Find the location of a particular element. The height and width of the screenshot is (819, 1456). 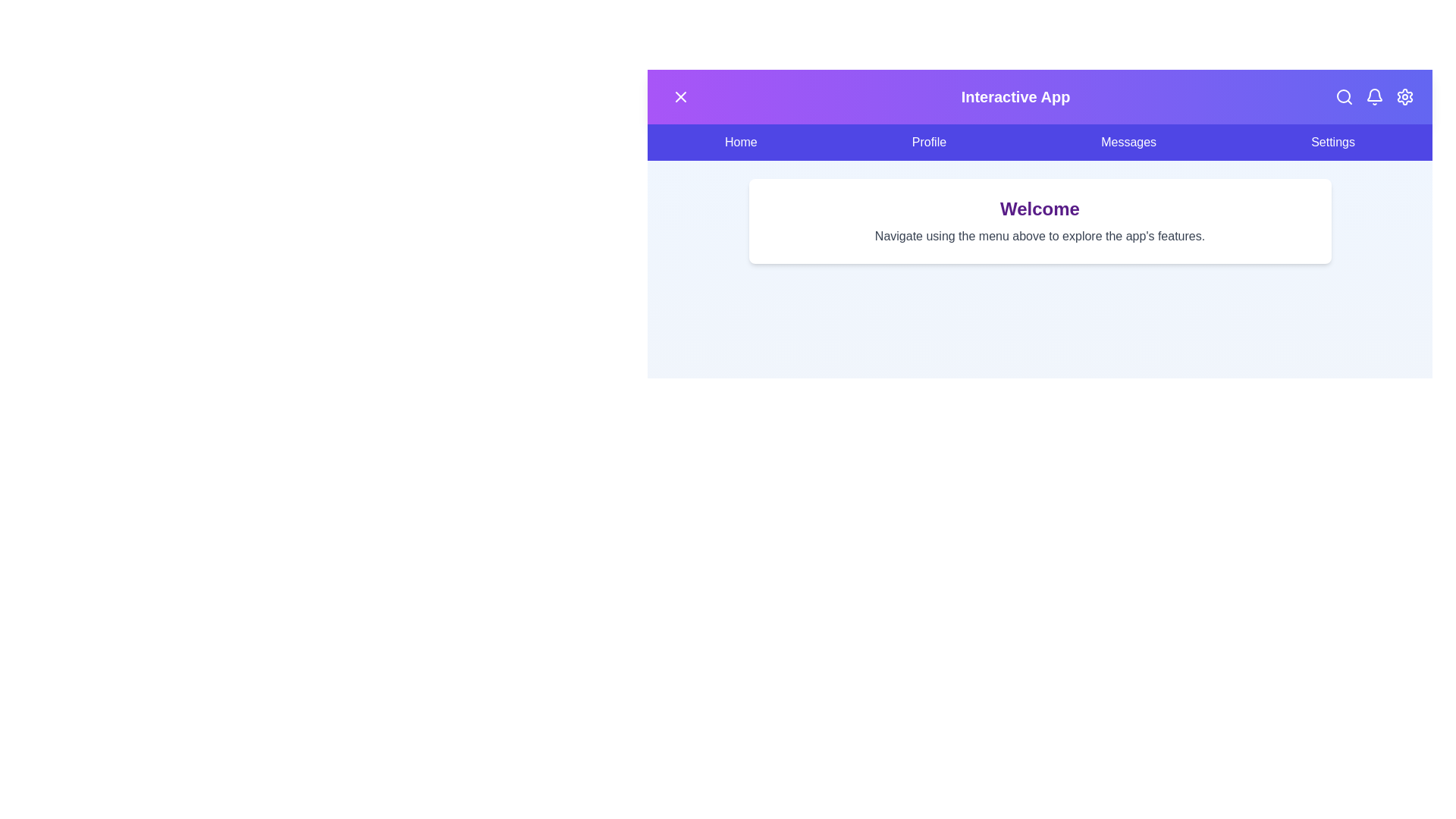

the Notifications icon in the header is located at coordinates (1375, 96).